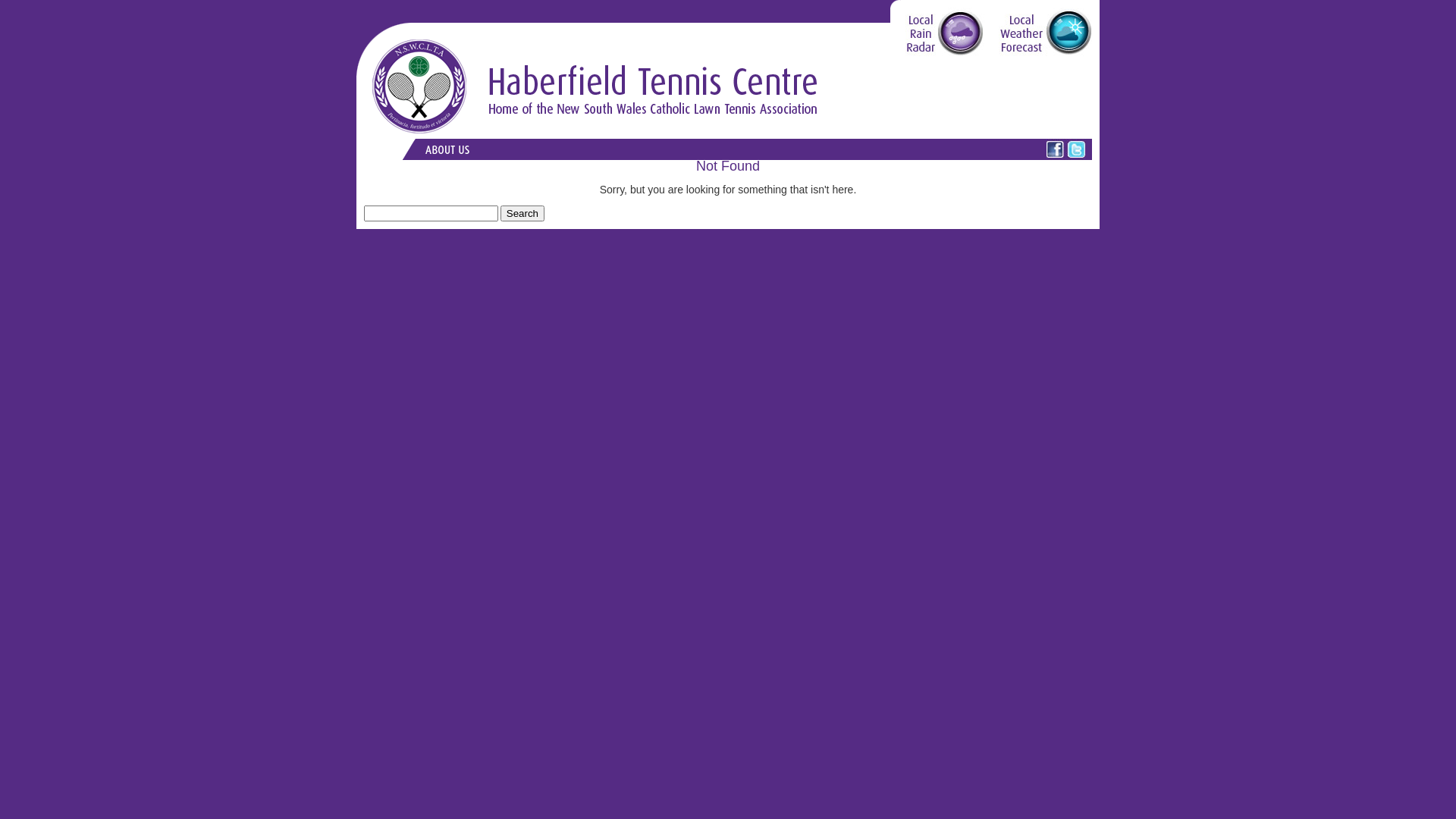 This screenshot has width=1456, height=819. Describe the element at coordinates (446, 149) in the screenshot. I see `'About Us'` at that location.